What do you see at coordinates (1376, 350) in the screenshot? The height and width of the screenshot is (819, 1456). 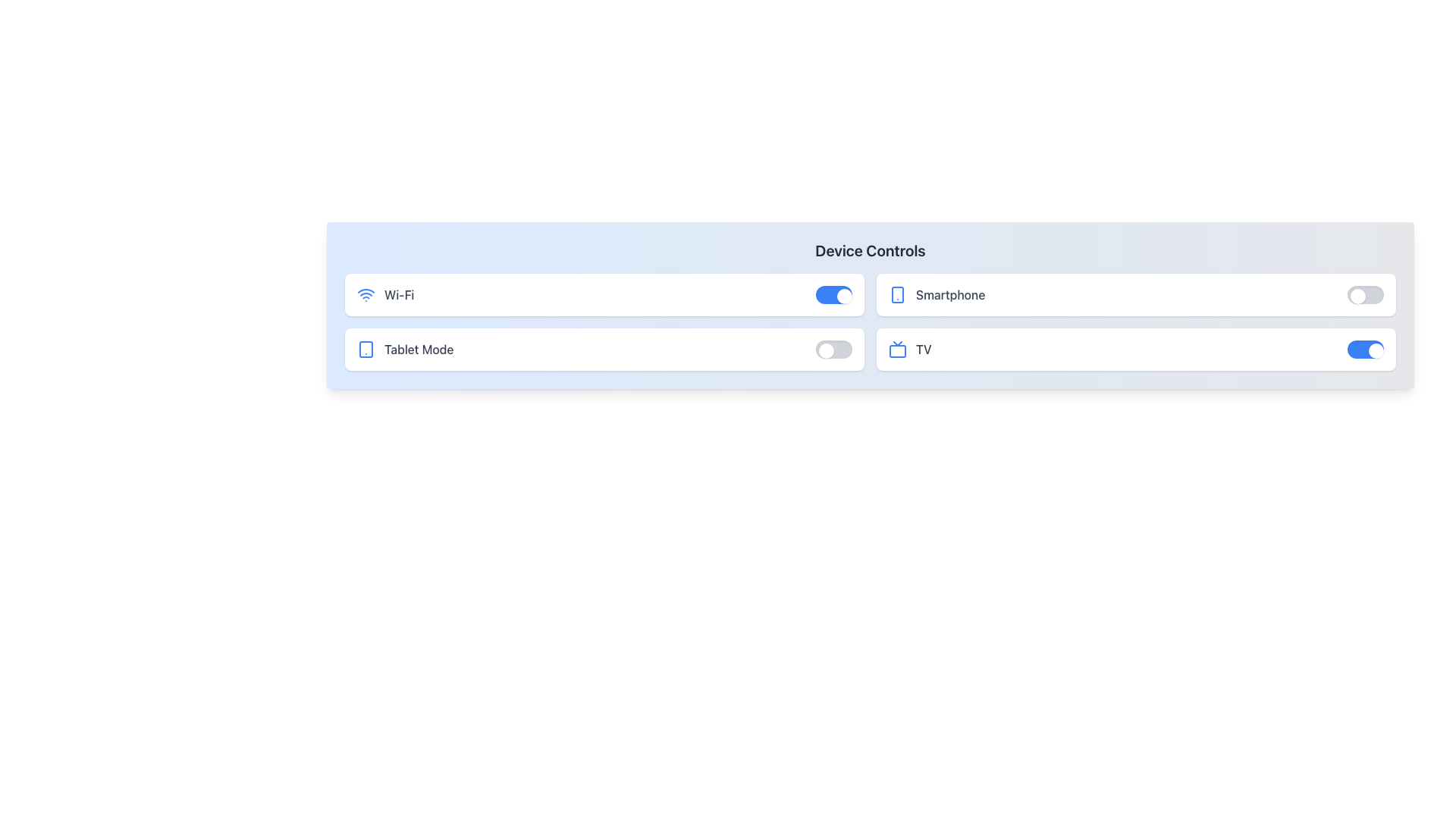 I see `the draggable handle of the toggle switch for the 'TV' device control, located at the lower right corner of the 'Device Controls' panel` at bounding box center [1376, 350].